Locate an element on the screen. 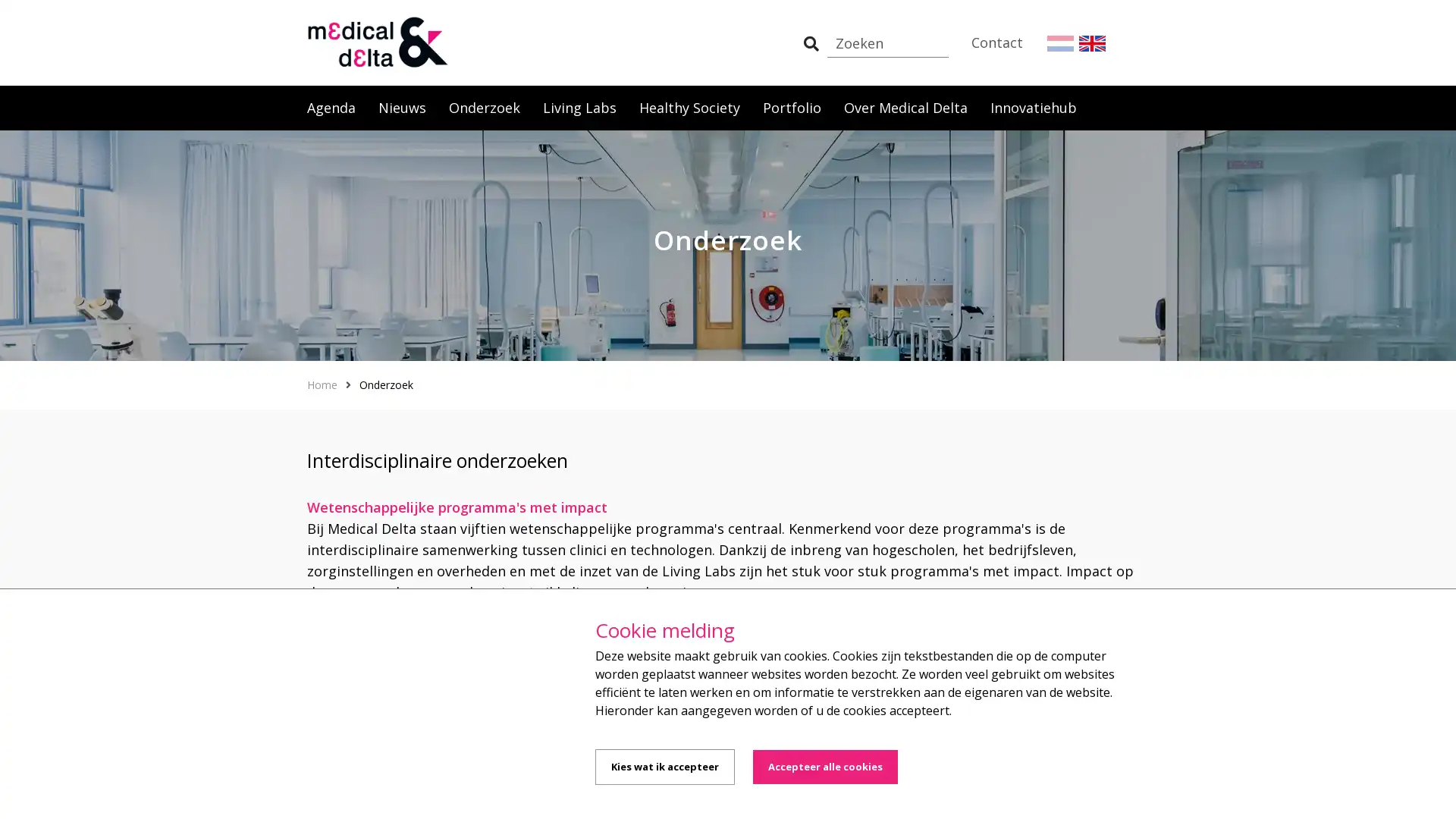 Image resolution: width=1456 pixels, height=819 pixels. Kies wat ik accepteer is located at coordinates (665, 767).